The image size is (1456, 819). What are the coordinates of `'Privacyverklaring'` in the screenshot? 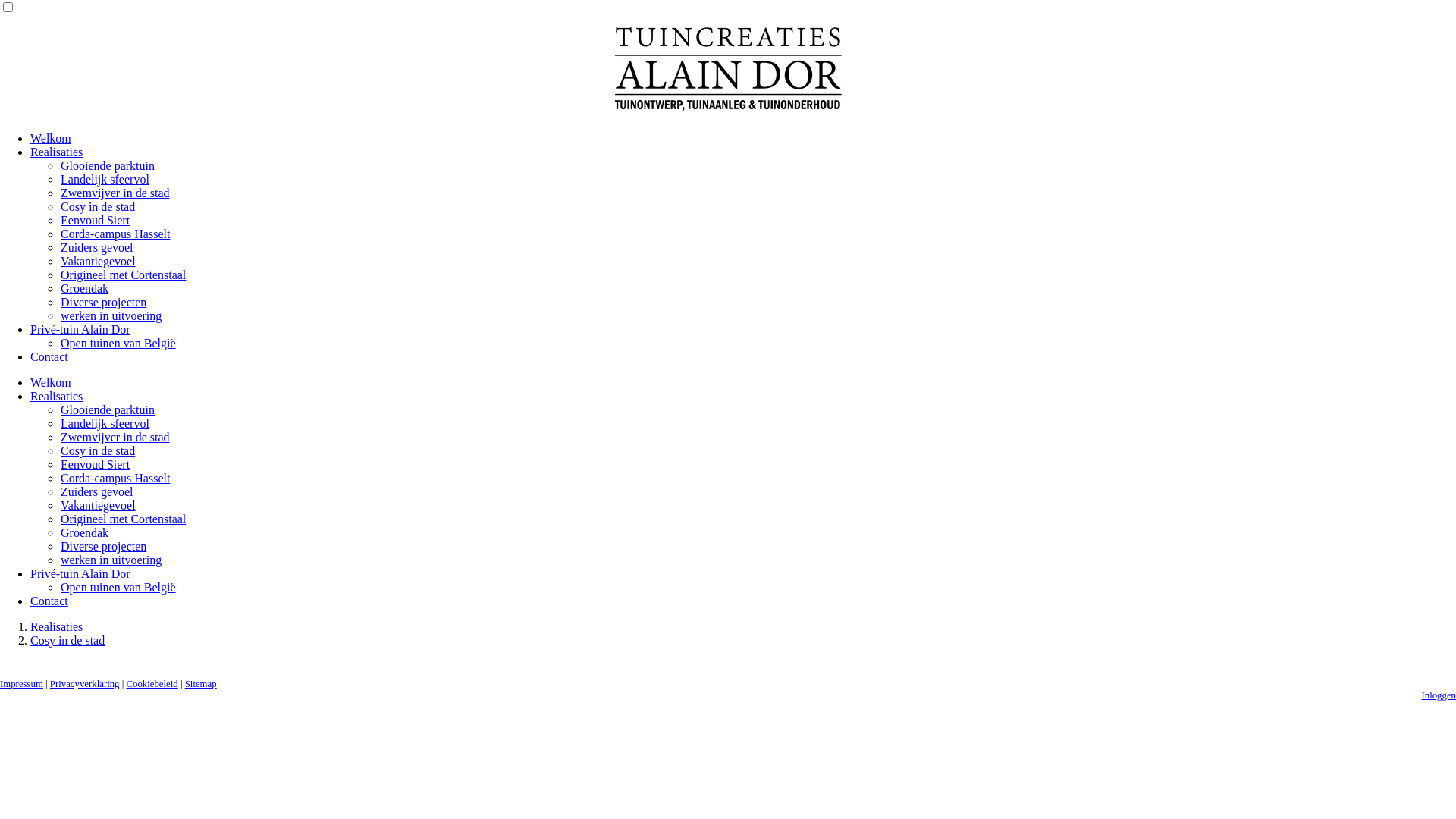 It's located at (83, 684).